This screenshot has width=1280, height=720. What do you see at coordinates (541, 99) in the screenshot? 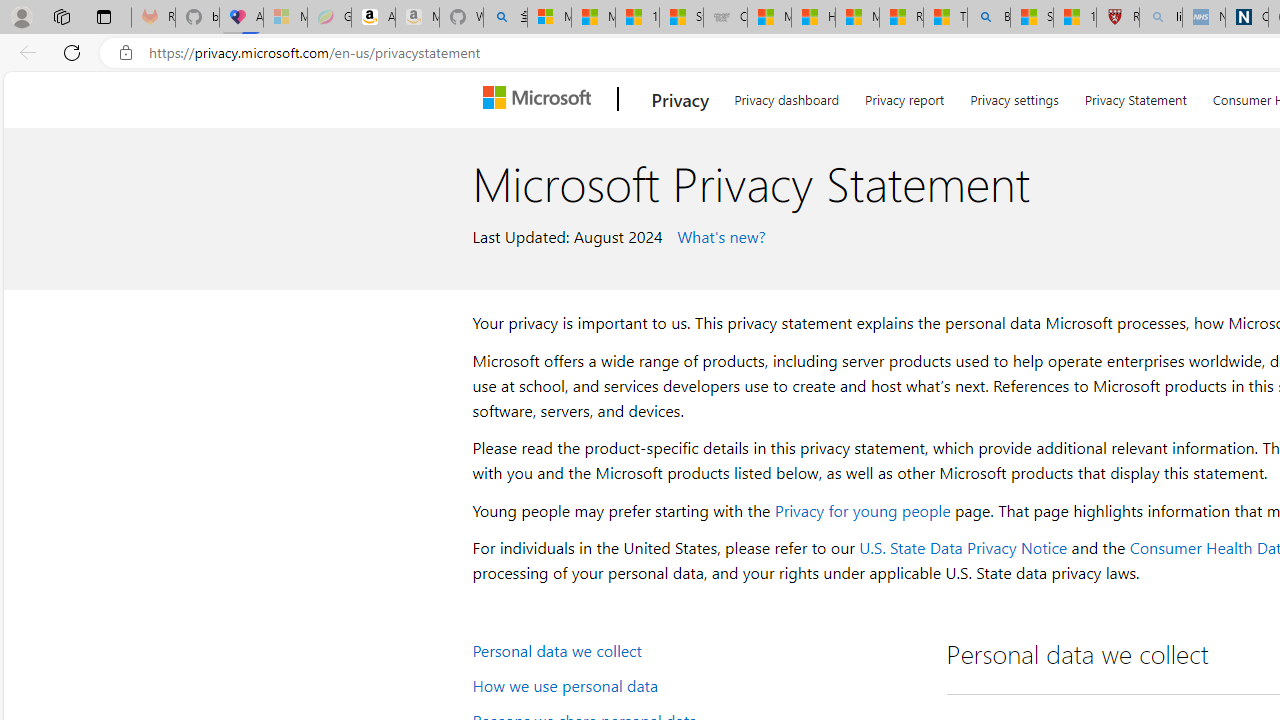
I see `'Microsoft'` at bounding box center [541, 99].